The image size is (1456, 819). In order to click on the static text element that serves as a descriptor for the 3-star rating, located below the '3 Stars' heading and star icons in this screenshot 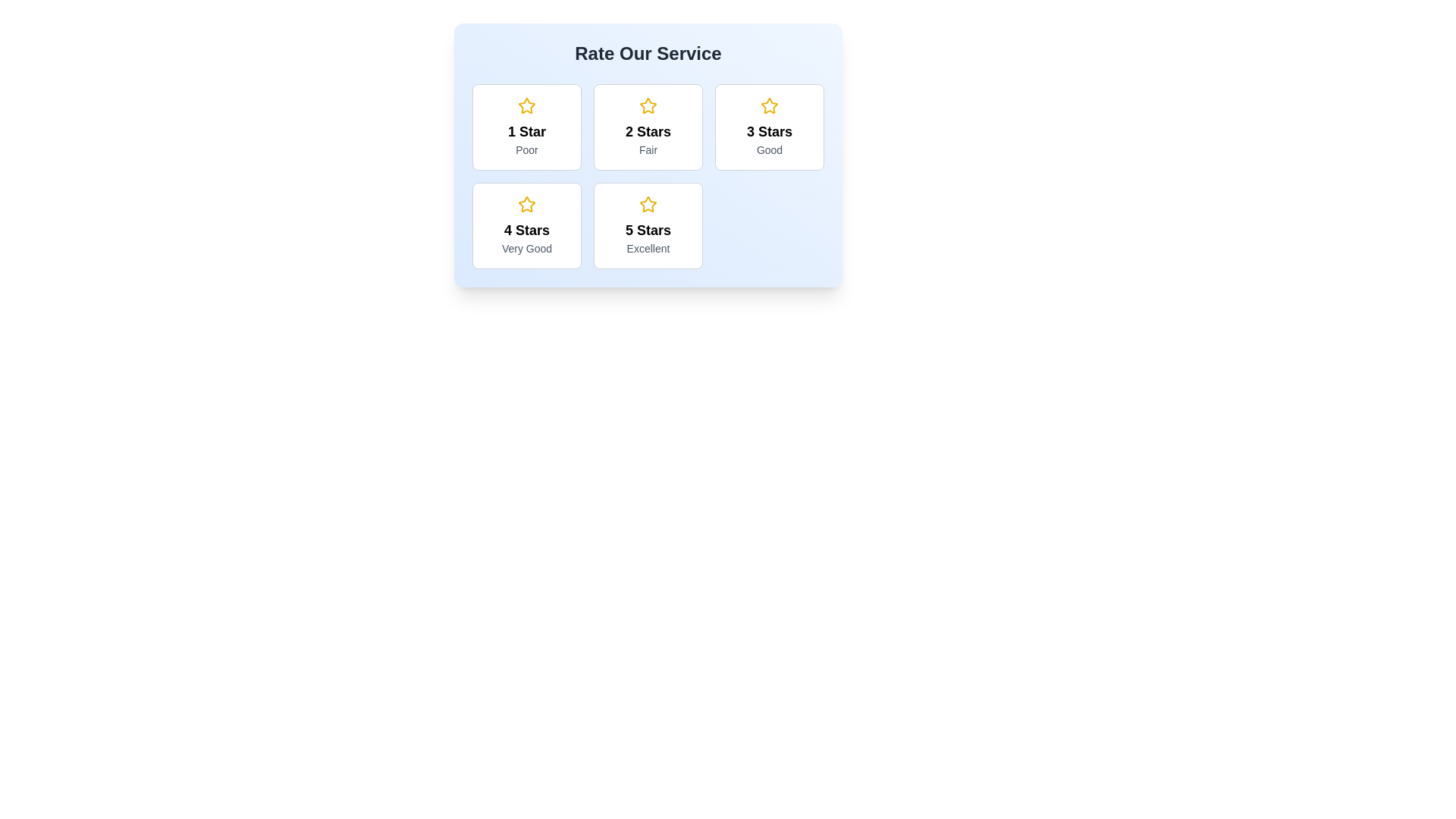, I will do `click(769, 149)`.